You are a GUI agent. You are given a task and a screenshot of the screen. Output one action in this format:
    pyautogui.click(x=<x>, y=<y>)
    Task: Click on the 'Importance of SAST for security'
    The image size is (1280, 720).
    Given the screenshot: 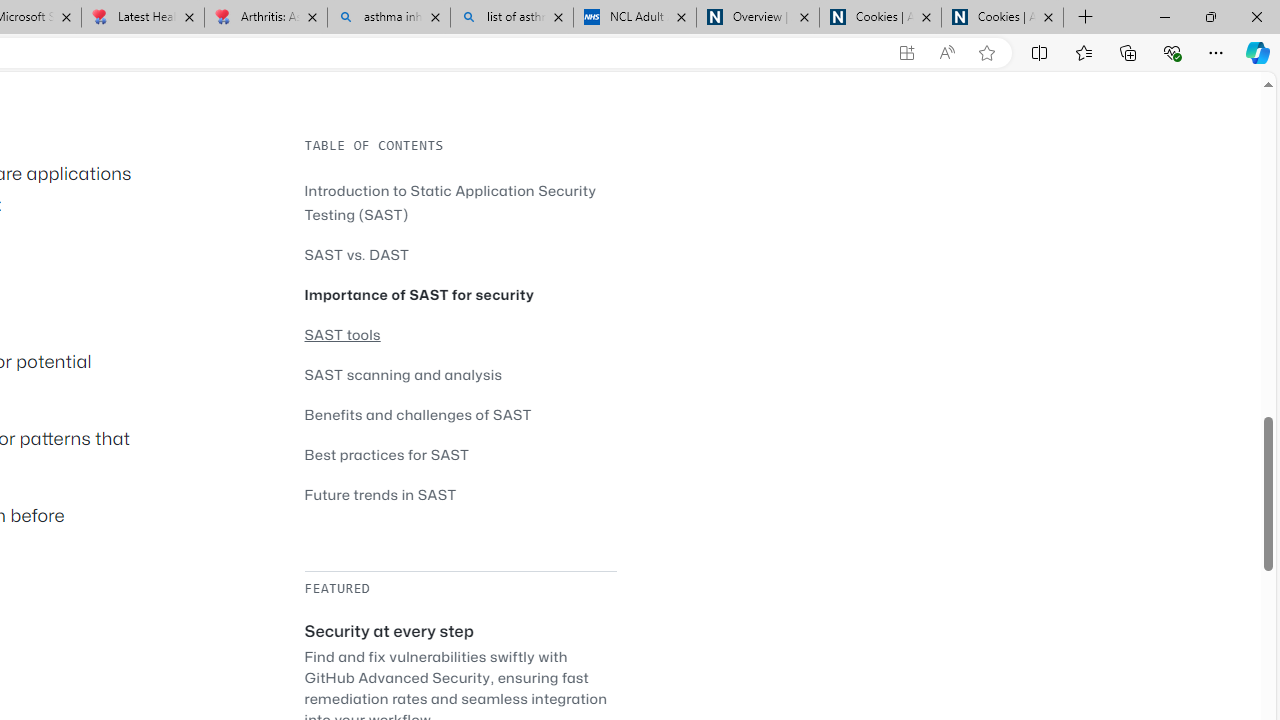 What is the action you would take?
    pyautogui.click(x=418, y=294)
    